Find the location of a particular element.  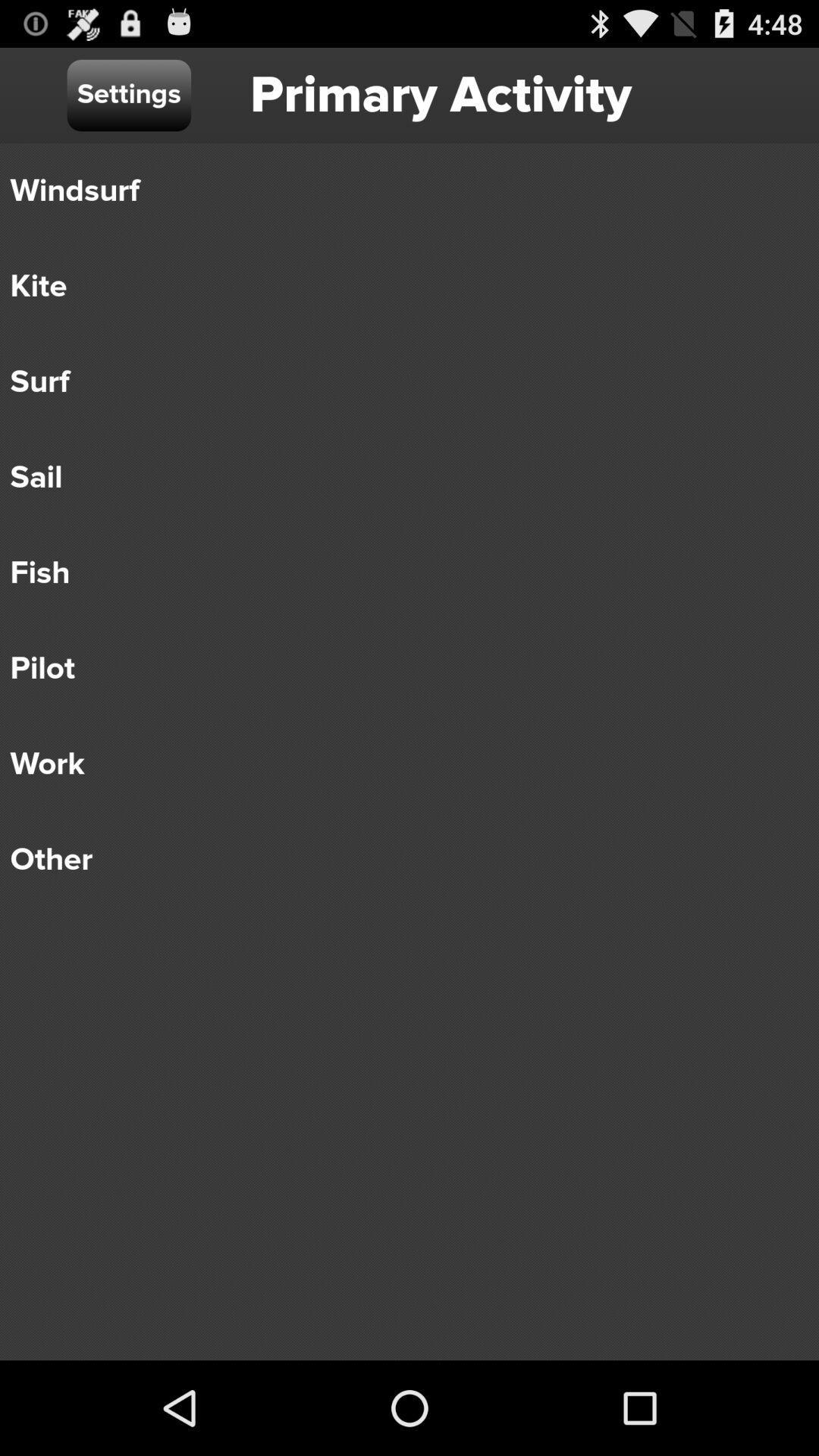

item below the windsurf item is located at coordinates (398, 287).